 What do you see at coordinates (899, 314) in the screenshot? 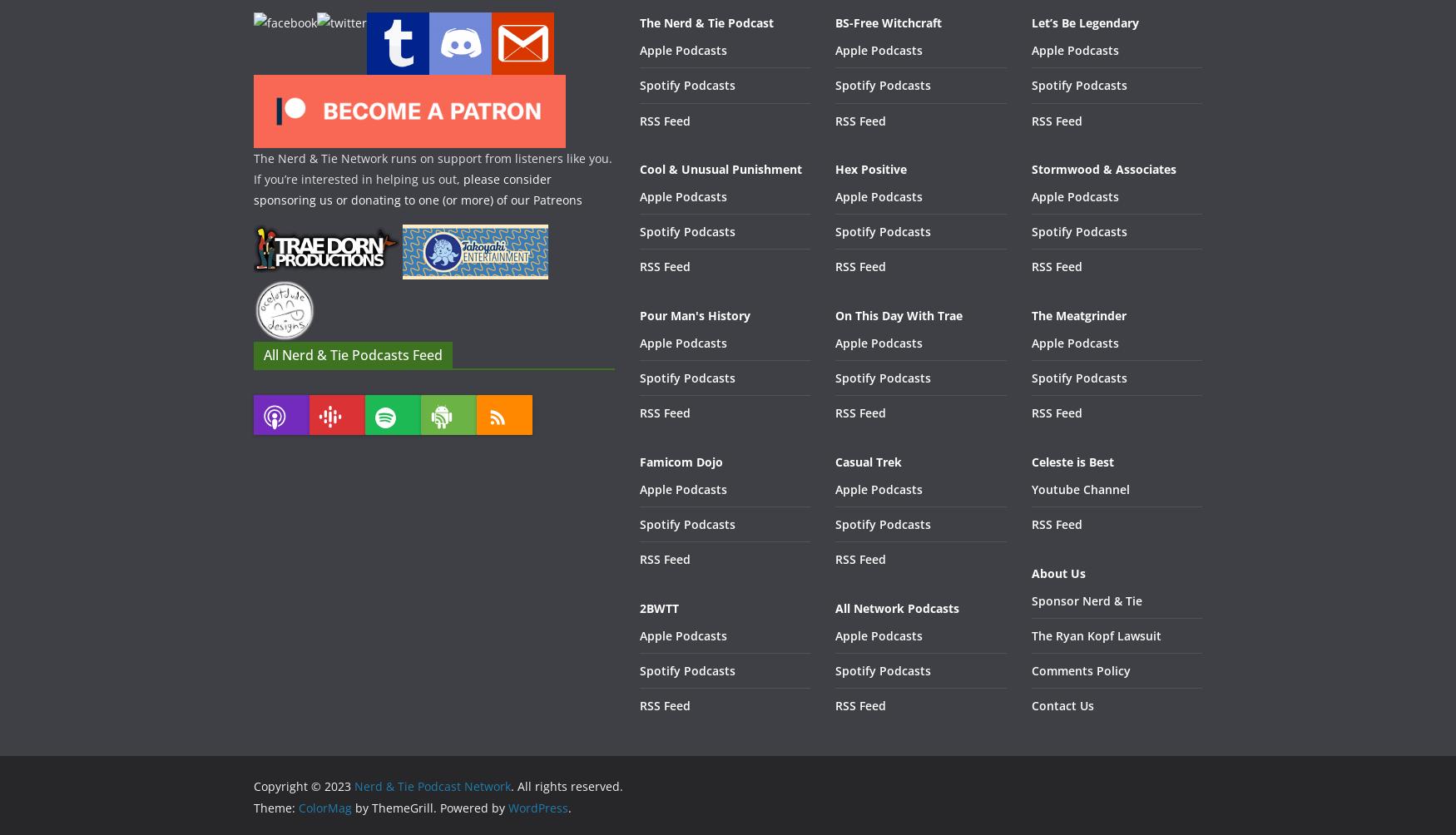
I see `'On This Day With Trae'` at bounding box center [899, 314].